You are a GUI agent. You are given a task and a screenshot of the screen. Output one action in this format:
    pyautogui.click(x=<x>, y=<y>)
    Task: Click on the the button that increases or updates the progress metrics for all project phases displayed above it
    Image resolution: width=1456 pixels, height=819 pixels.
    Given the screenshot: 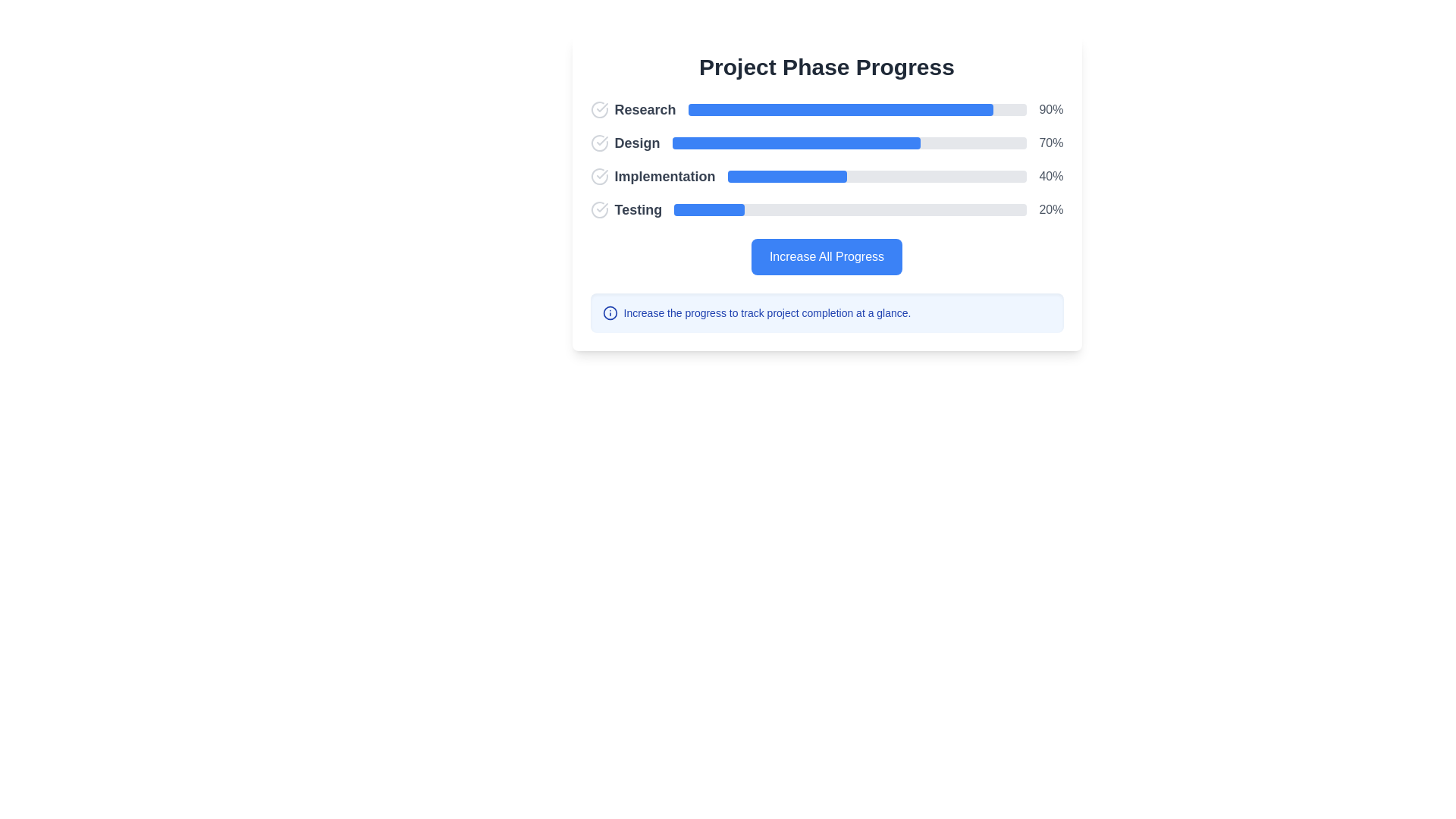 What is the action you would take?
    pyautogui.click(x=826, y=256)
    